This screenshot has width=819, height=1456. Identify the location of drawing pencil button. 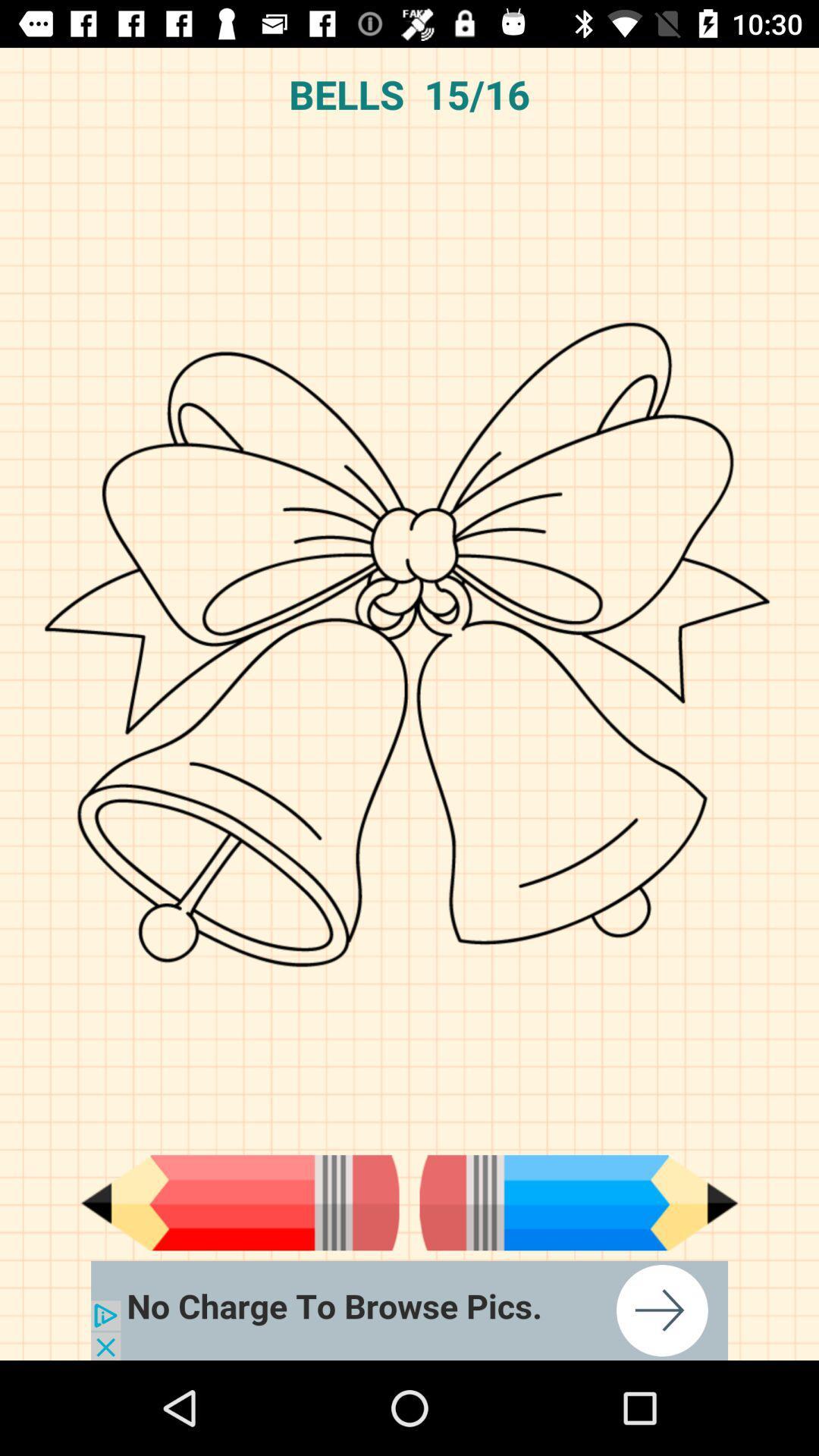
(239, 1202).